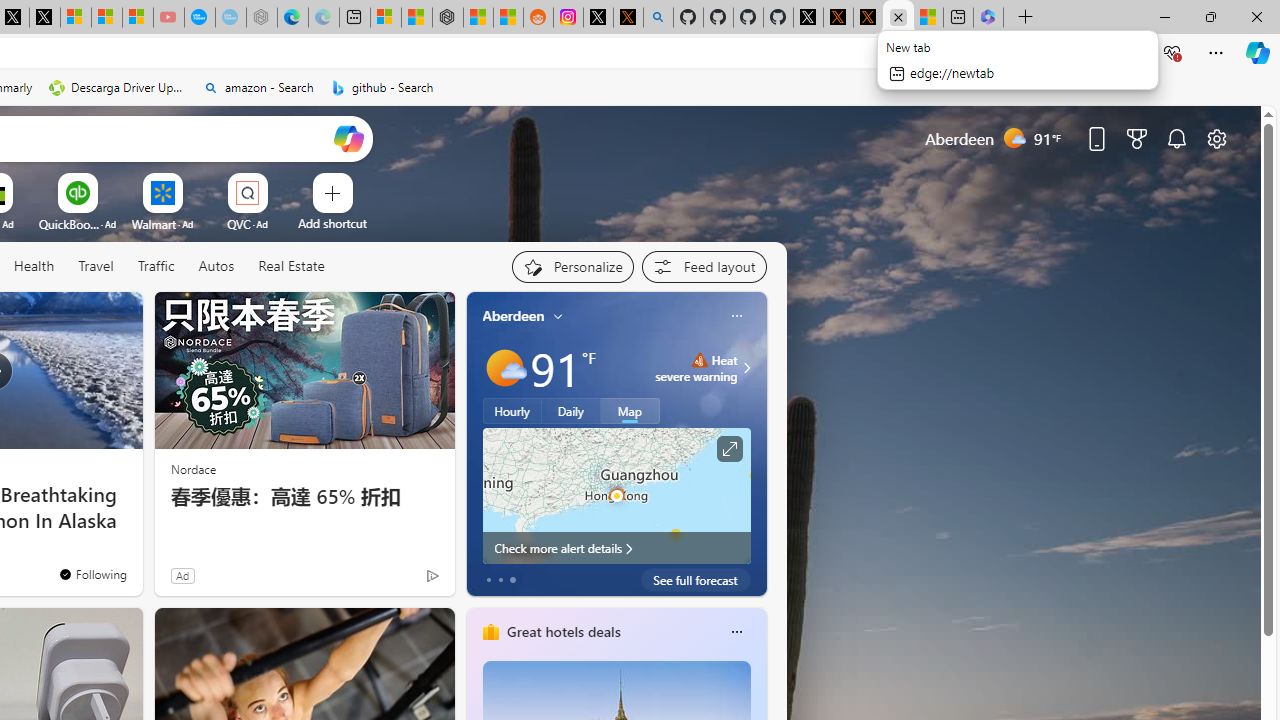 This screenshot has height=720, width=1280. I want to click on 'amazon - Search', so click(257, 87).